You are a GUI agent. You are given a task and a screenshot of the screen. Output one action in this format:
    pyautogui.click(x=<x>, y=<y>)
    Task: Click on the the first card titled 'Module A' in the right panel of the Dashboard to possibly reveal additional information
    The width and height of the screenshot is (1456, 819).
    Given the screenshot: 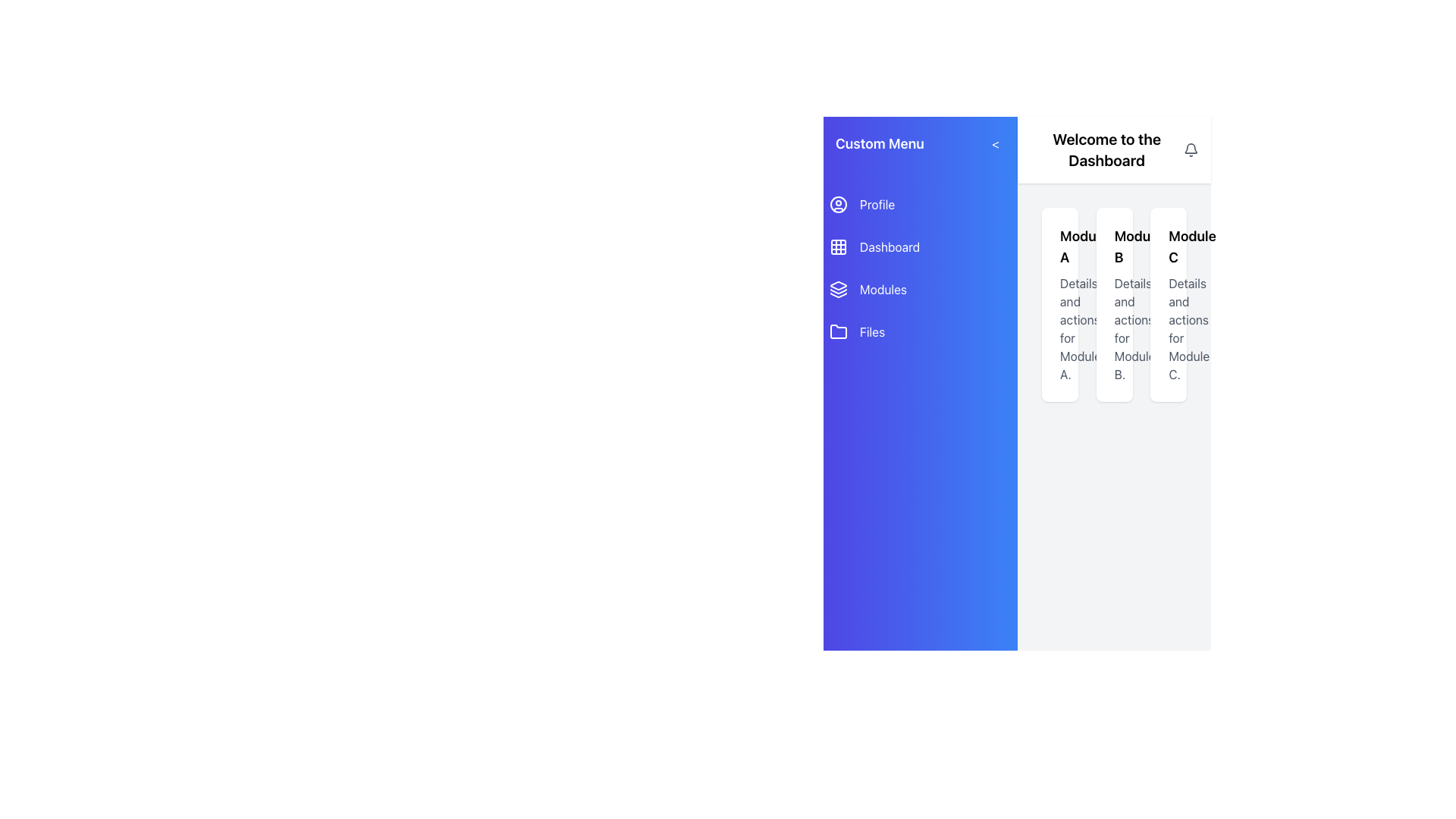 What is the action you would take?
    pyautogui.click(x=1059, y=304)
    